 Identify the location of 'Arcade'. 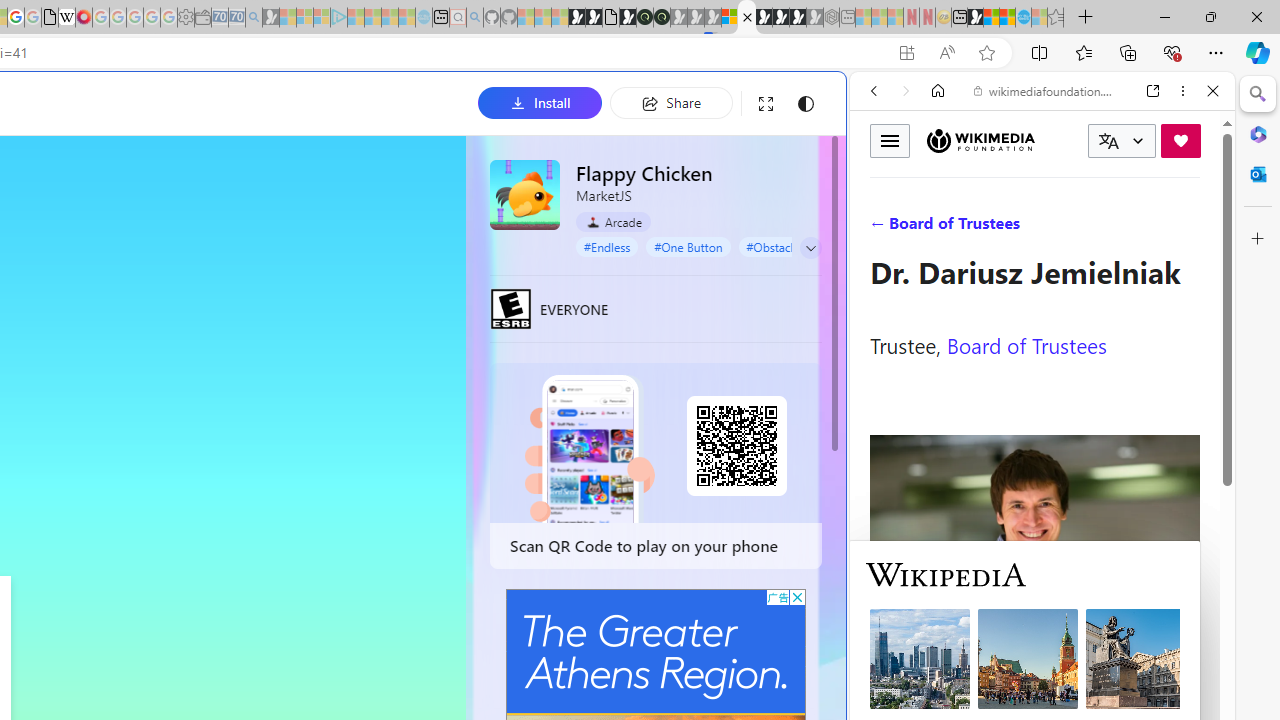
(612, 222).